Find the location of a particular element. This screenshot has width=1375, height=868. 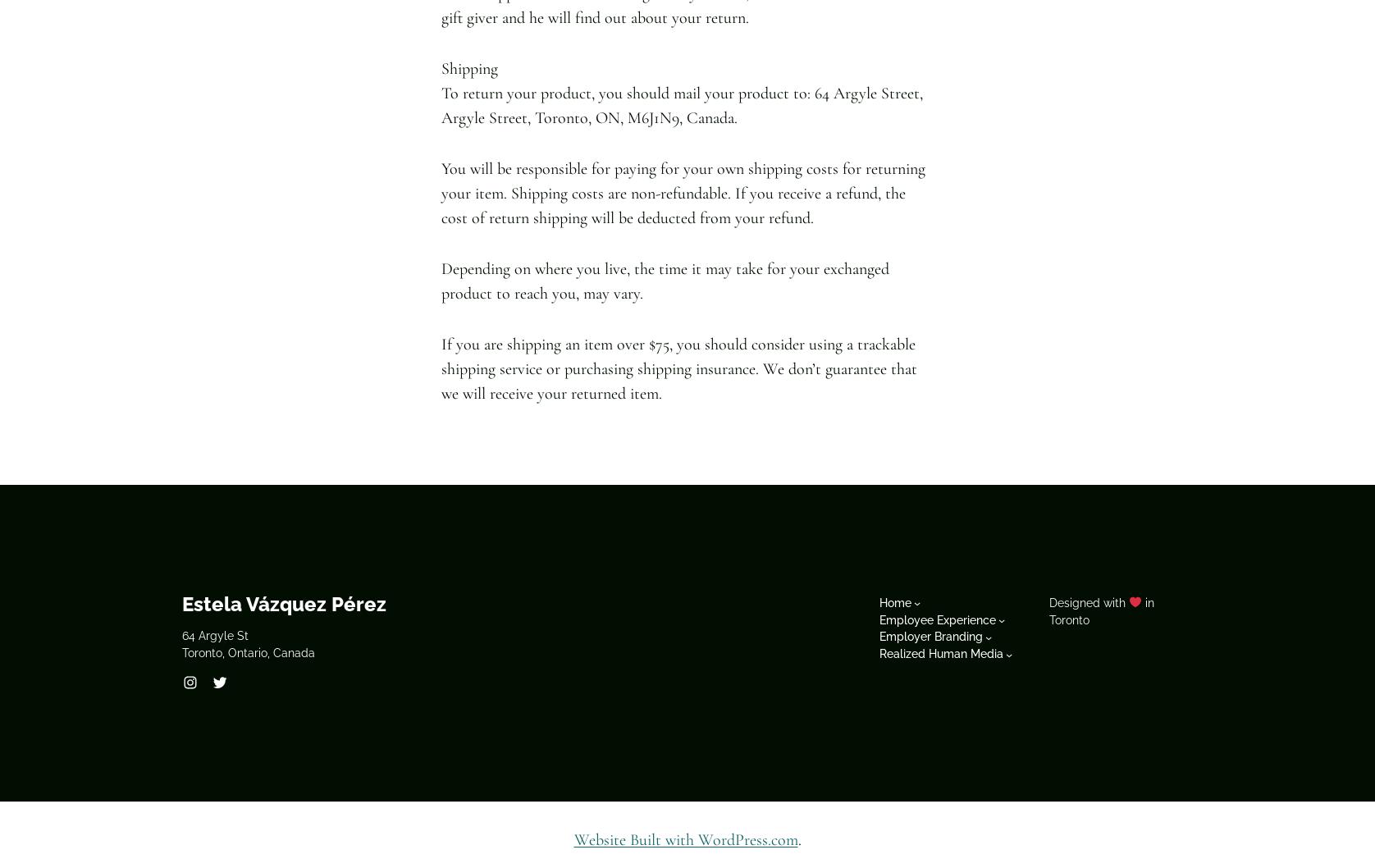

'To return your product, you should mail your product to: 64 Argyle Street, Argyle Street, Toronto, ON, M6J1N9, Canada.' is located at coordinates (441, 104).